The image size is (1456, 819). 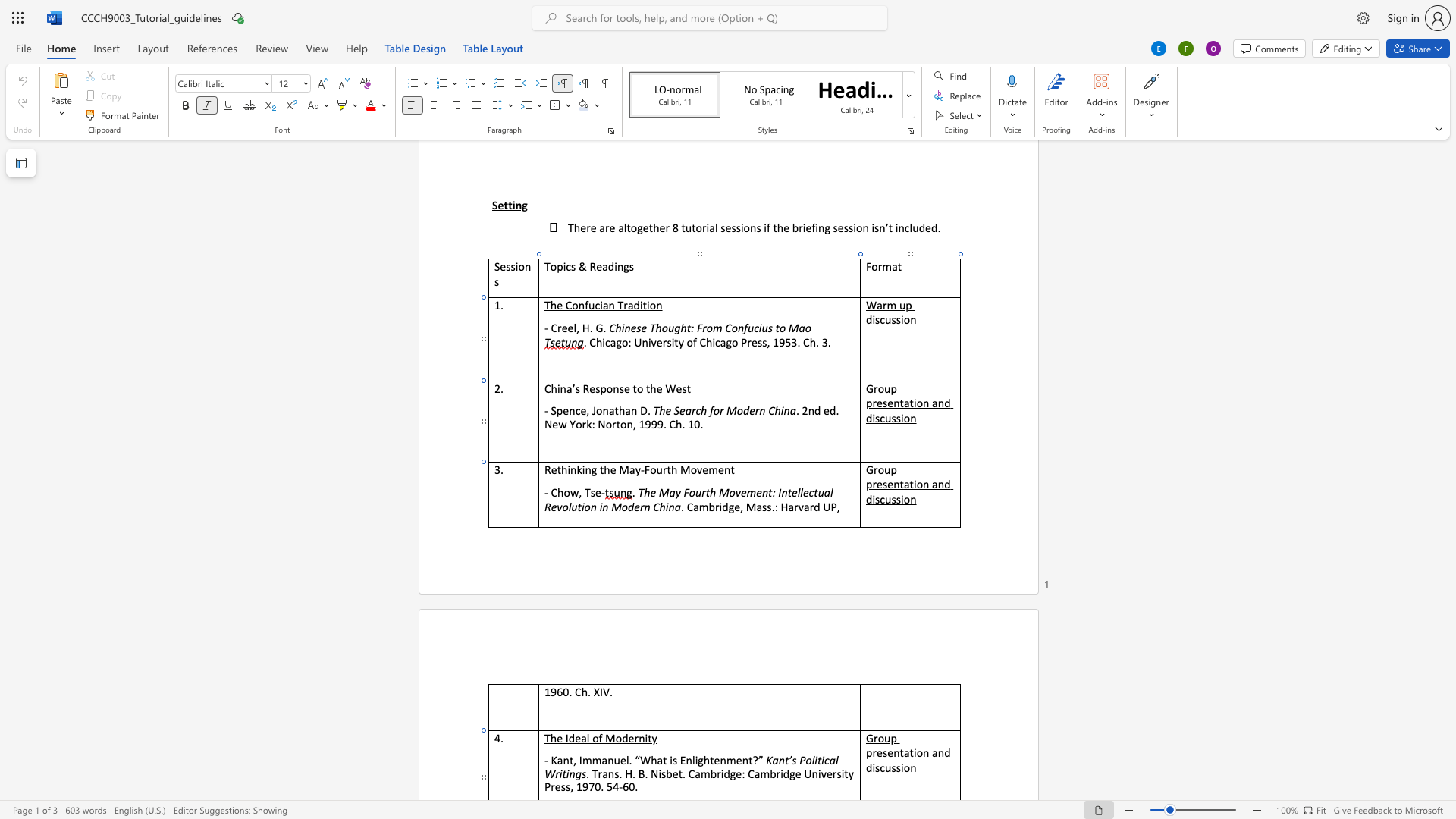 What do you see at coordinates (556, 492) in the screenshot?
I see `the space between the continuous character "C" and "h" in the text` at bounding box center [556, 492].